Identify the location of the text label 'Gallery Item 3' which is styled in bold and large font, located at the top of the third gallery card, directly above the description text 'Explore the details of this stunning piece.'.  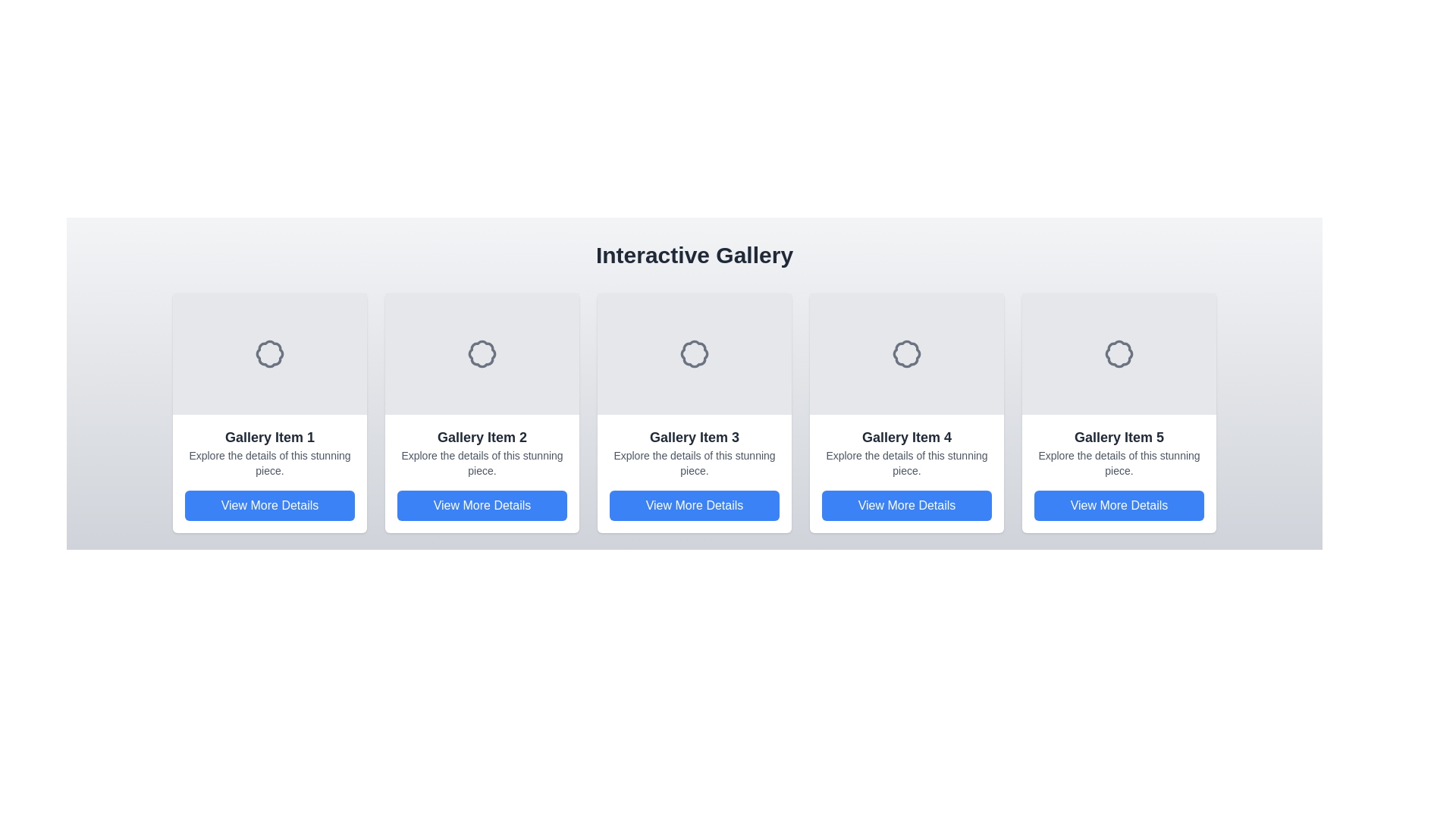
(694, 438).